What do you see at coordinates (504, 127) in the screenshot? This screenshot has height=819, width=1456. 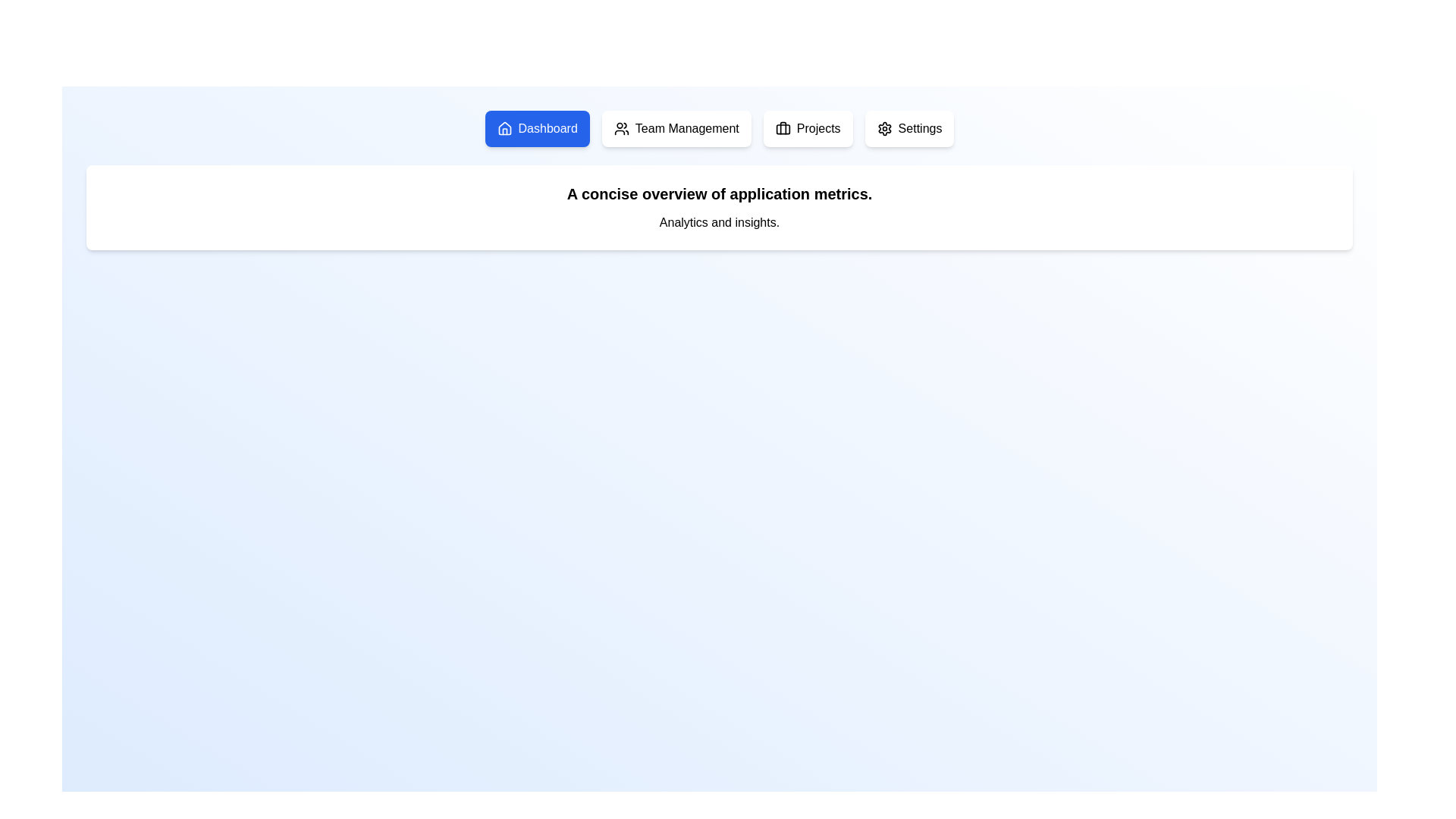 I see `the hollow house-shaped icon located within the blue 'Dashboard' button at the upper left corner of the navigation bar` at bounding box center [504, 127].